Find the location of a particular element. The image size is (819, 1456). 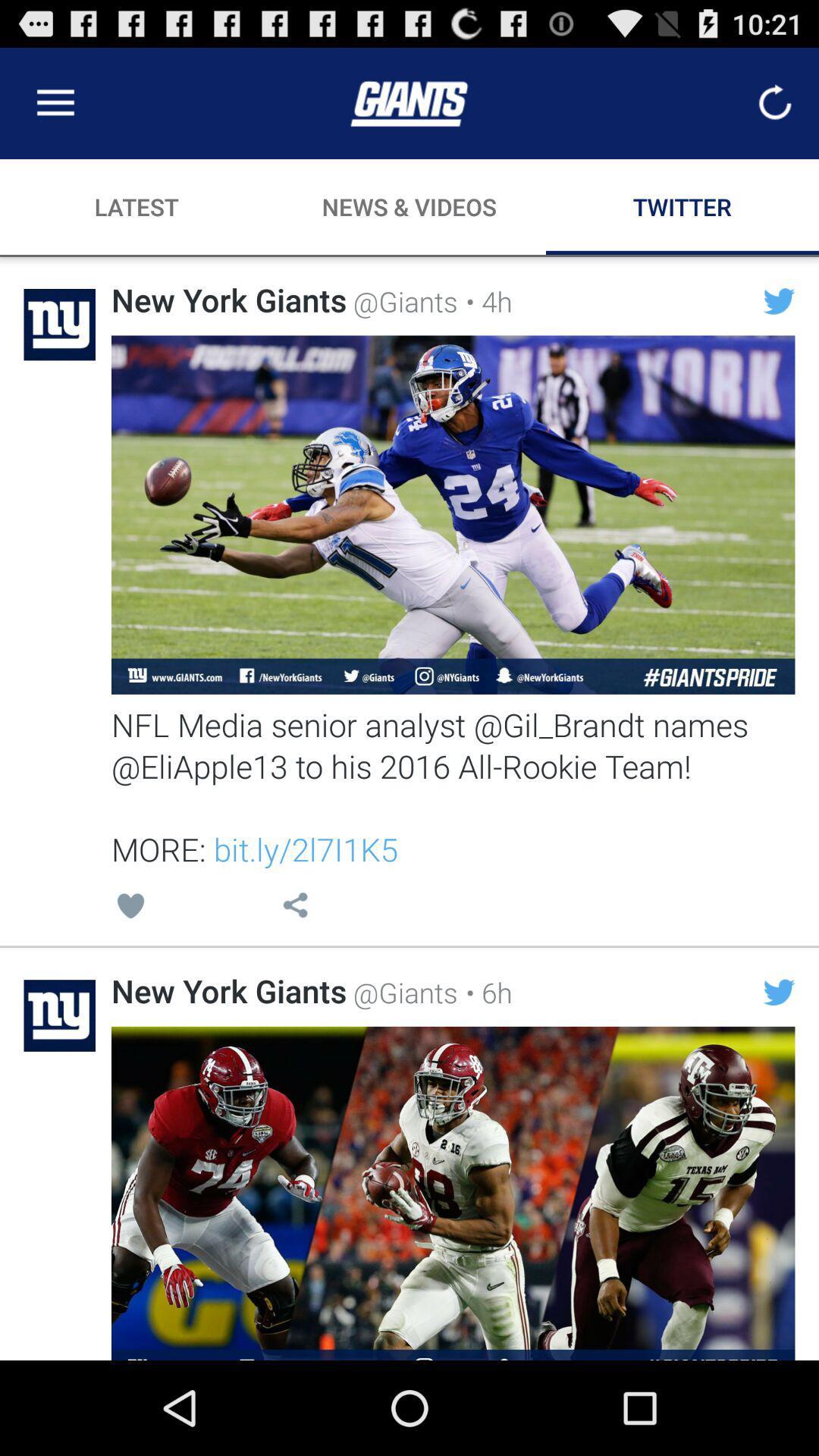

item next to @giants item is located at coordinates (485, 301).